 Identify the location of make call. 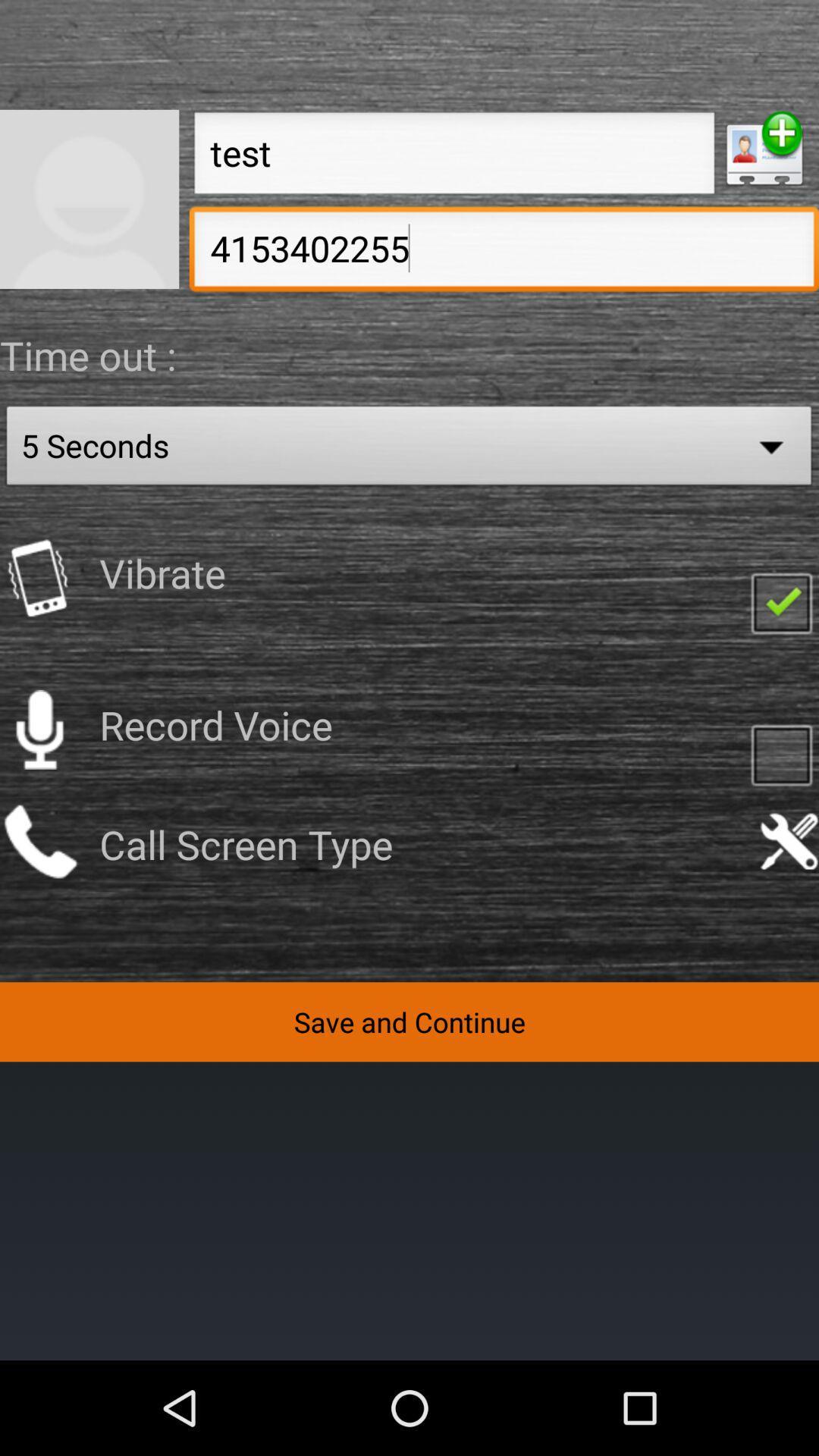
(39, 840).